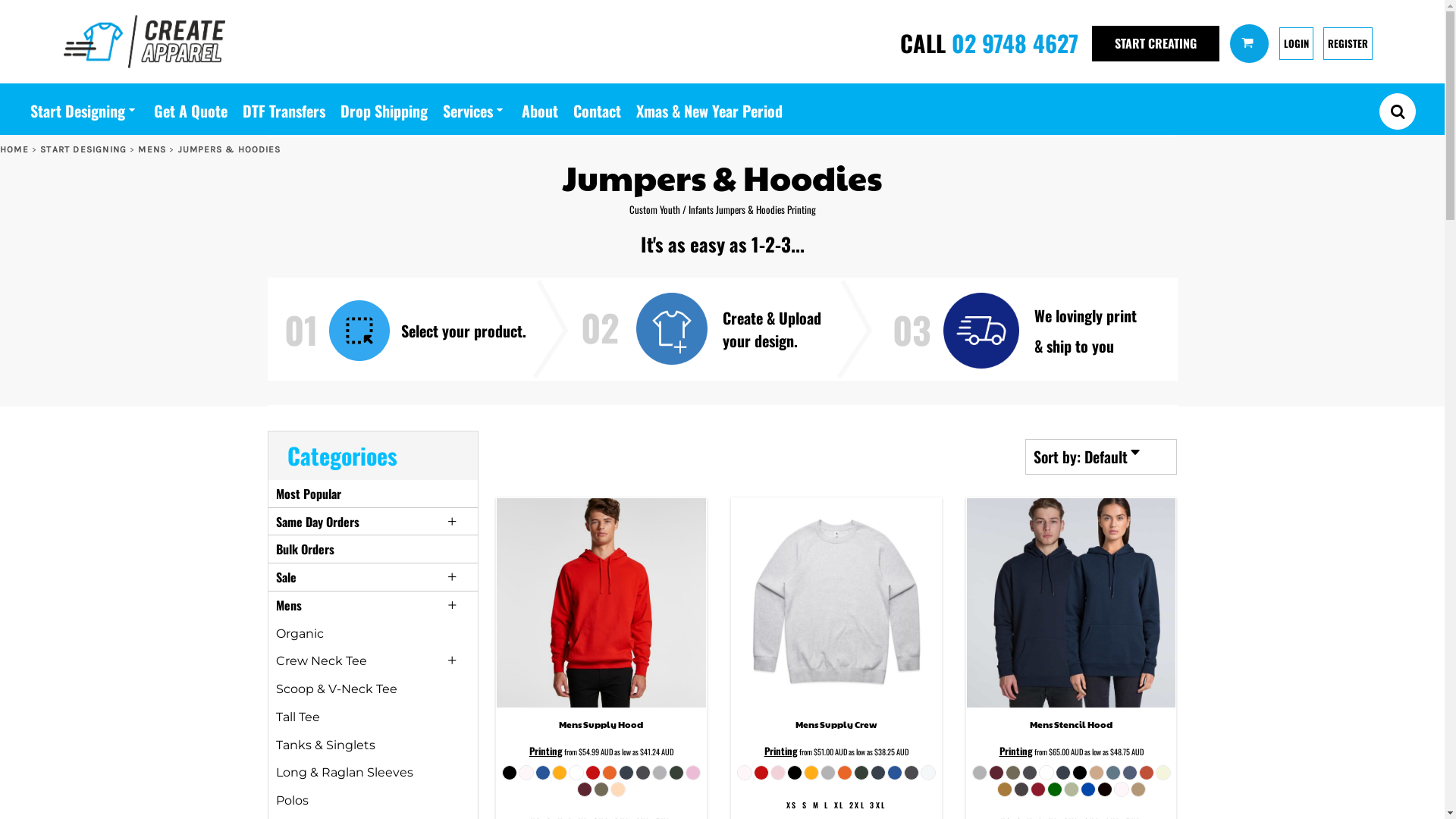  Describe the element at coordinates (284, 108) in the screenshot. I see `'DTF Transfers'` at that location.